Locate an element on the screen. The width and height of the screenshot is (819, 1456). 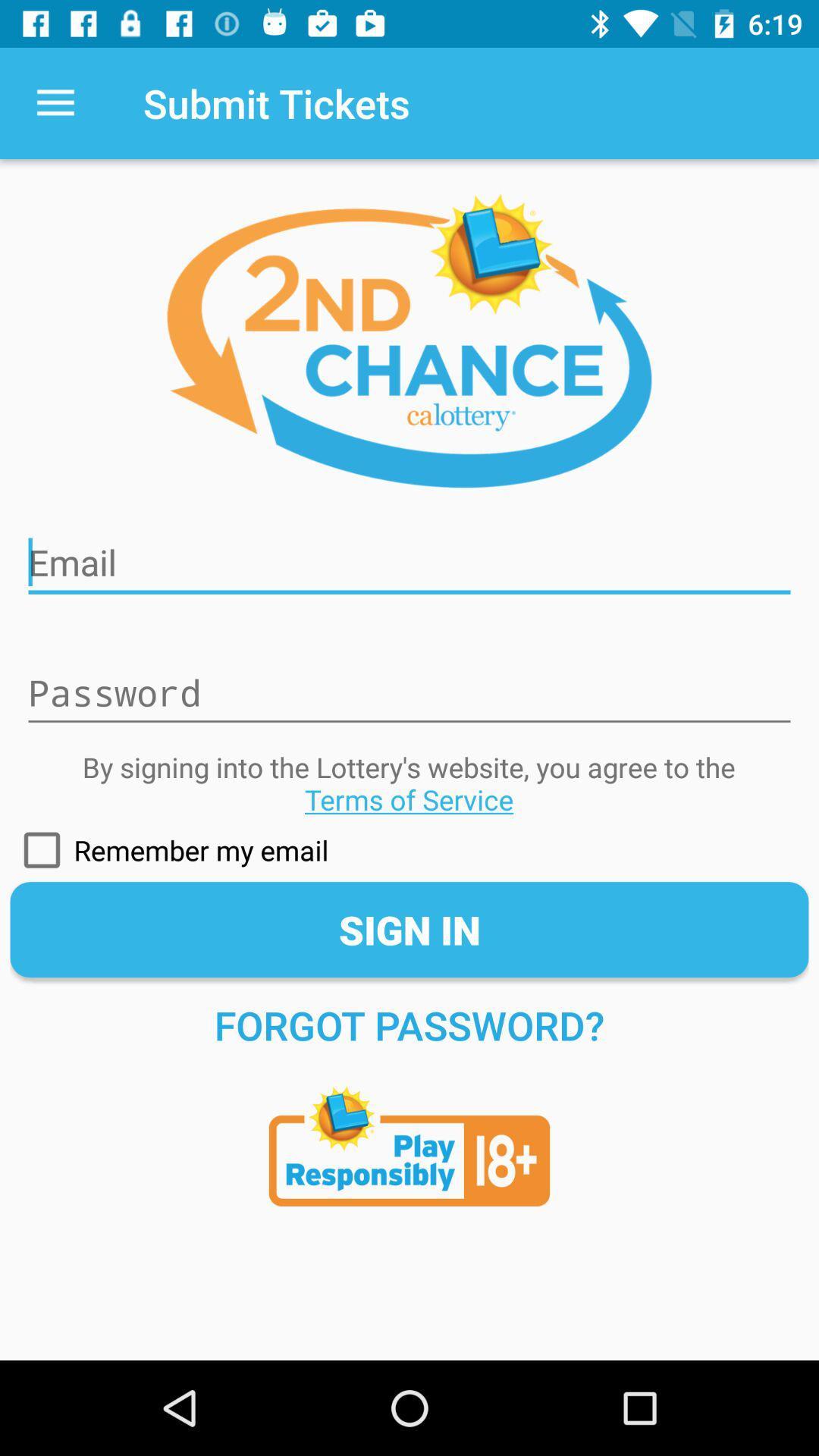
email incorrect is located at coordinates (409, 552).